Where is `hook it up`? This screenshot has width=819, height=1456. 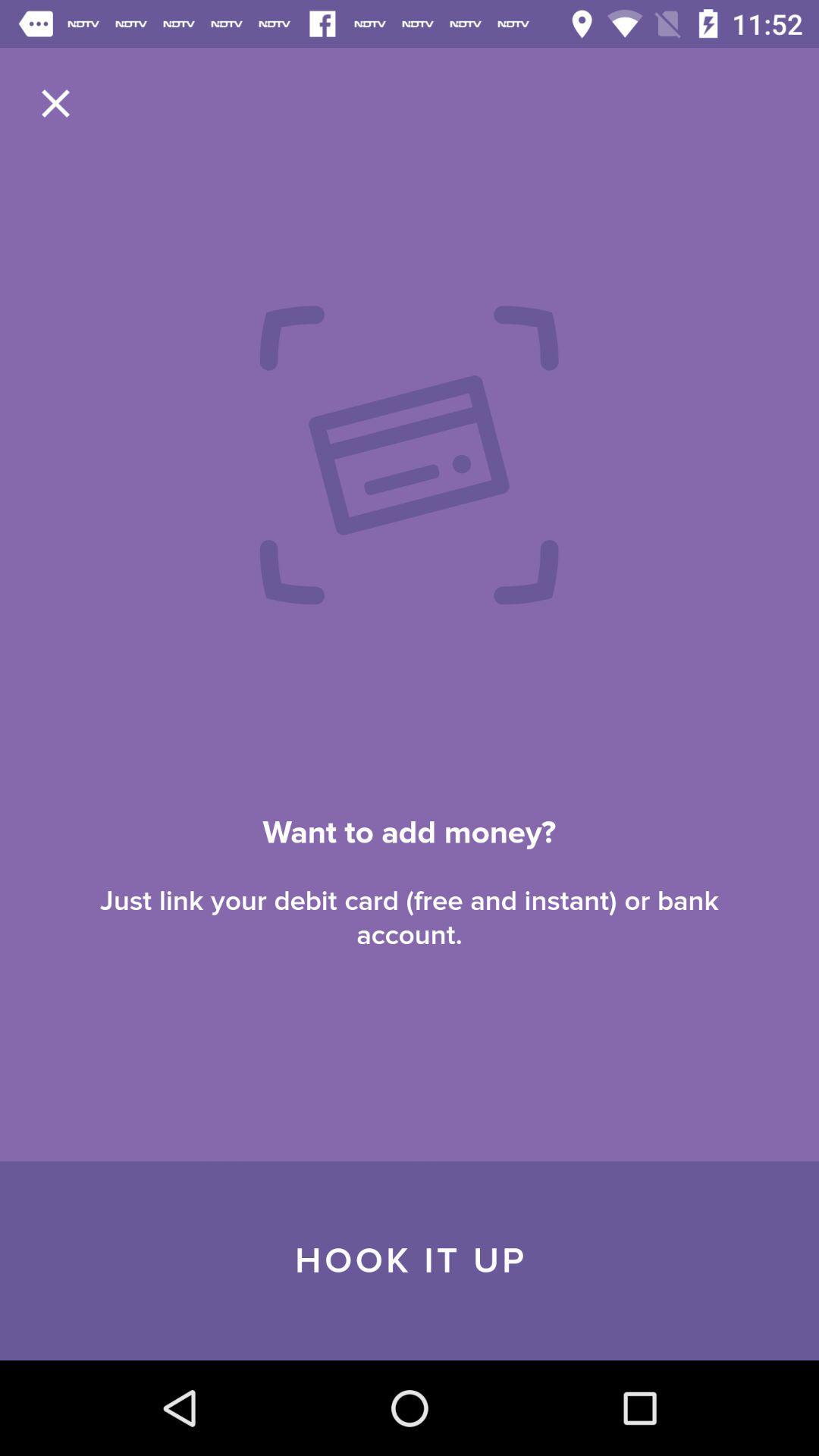 hook it up is located at coordinates (409, 1260).